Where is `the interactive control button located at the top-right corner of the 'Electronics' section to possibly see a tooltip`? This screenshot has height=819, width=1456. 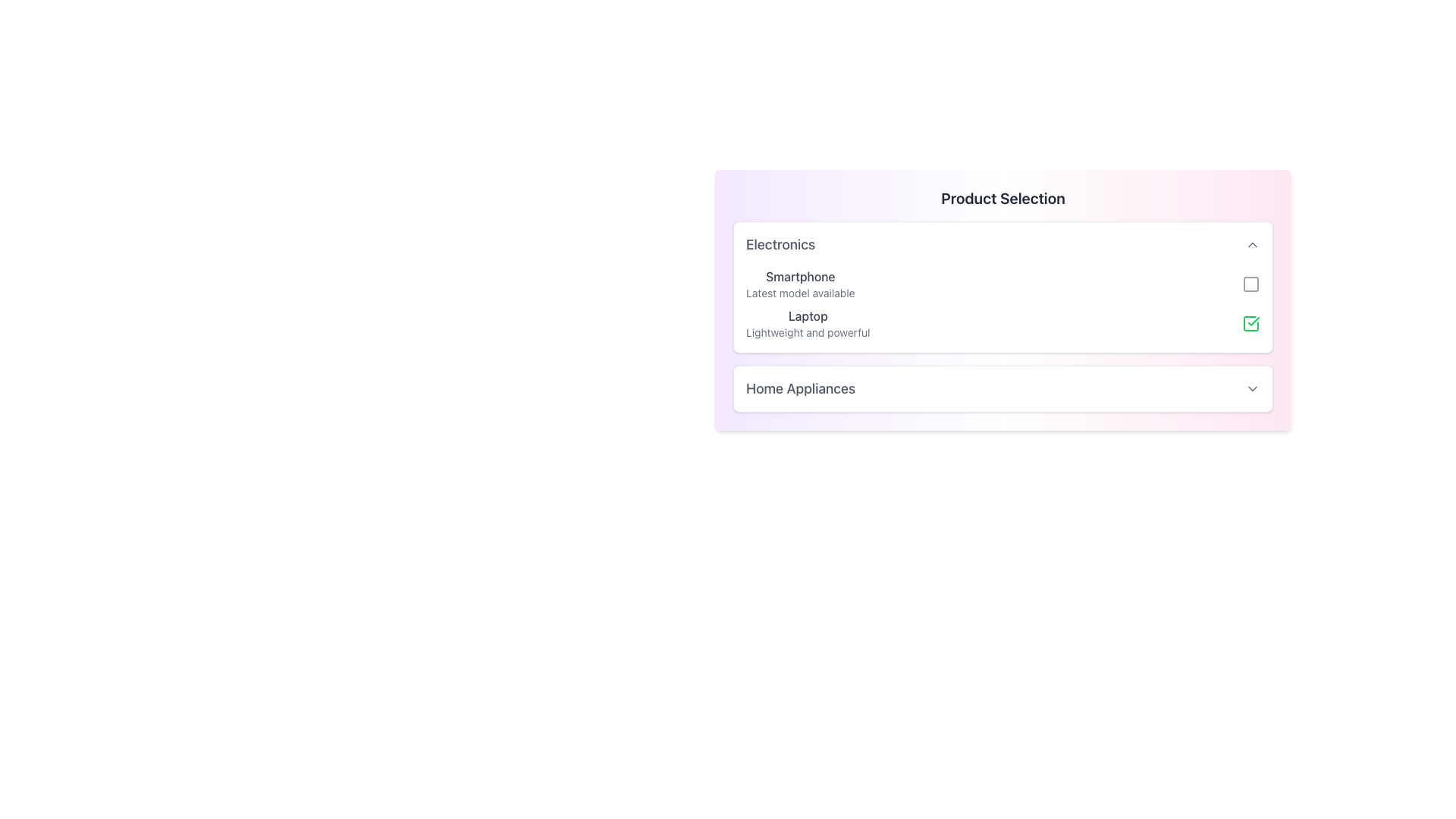 the interactive control button located at the top-right corner of the 'Electronics' section to possibly see a tooltip is located at coordinates (1252, 244).